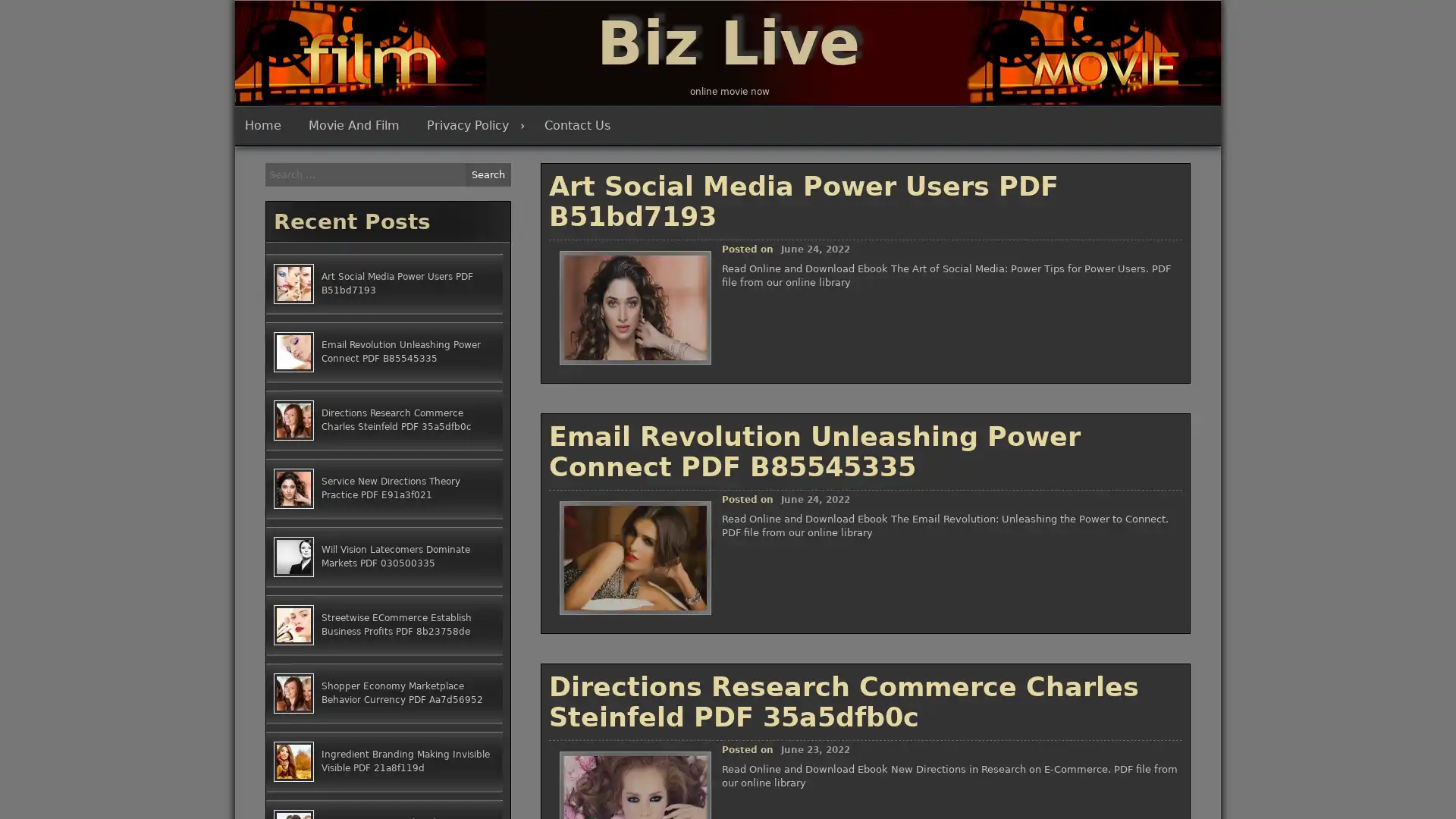  What do you see at coordinates (488, 174) in the screenshot?
I see `Search` at bounding box center [488, 174].